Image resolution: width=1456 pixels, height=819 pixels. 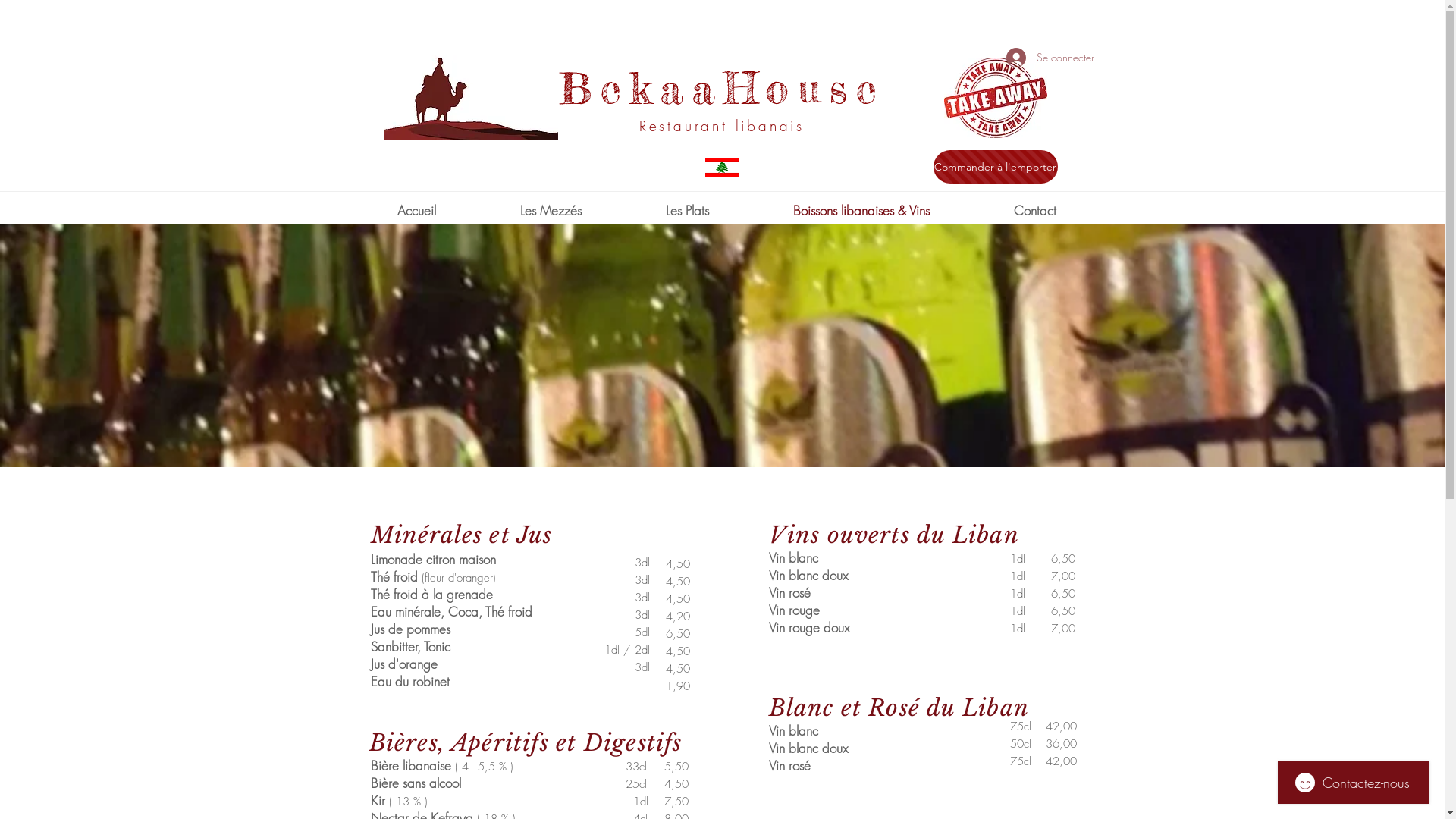 What do you see at coordinates (1011, 30) in the screenshot?
I see `'Restaurant Social Bar'` at bounding box center [1011, 30].